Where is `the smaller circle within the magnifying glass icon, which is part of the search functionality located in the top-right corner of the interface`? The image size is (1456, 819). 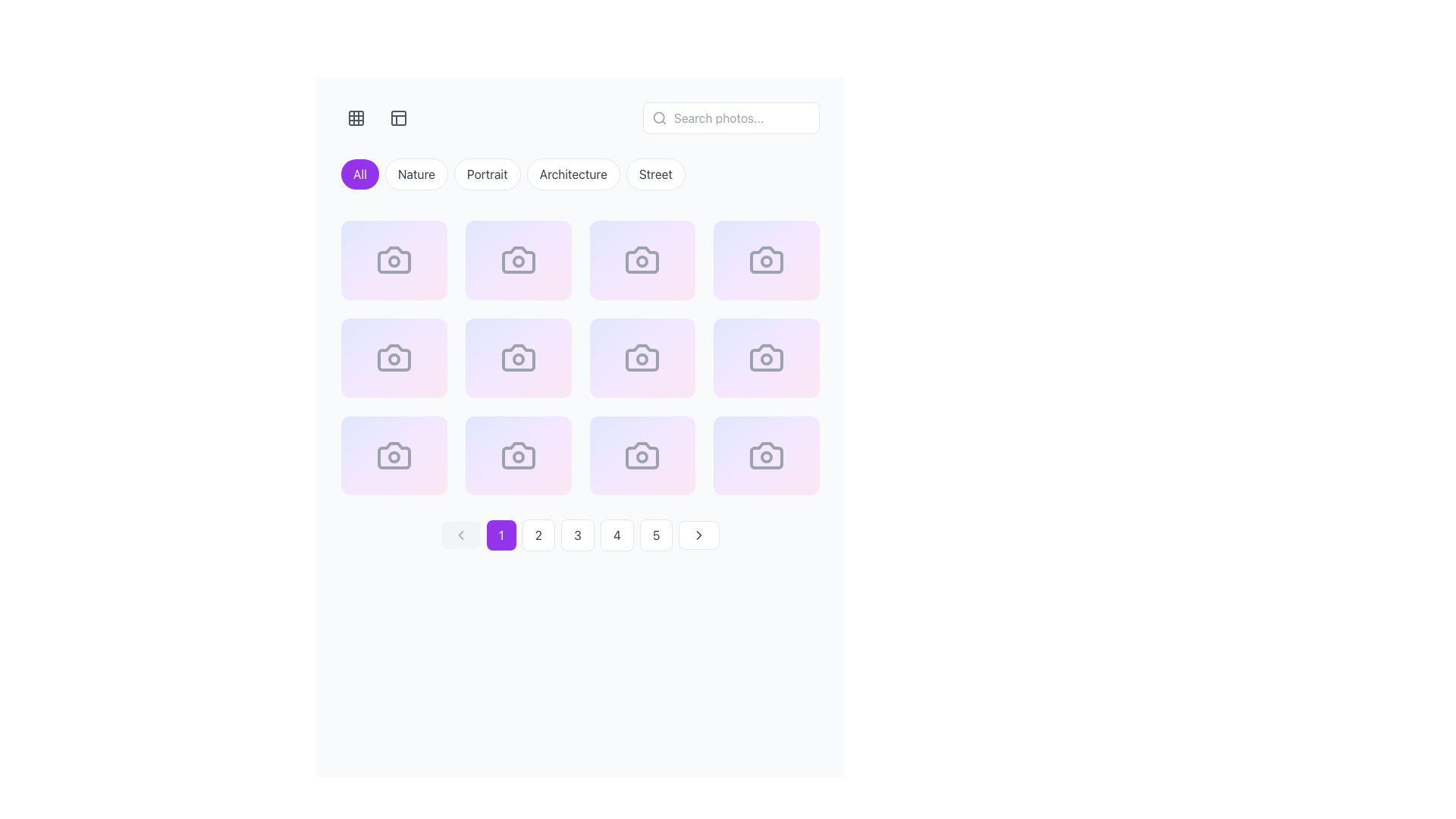 the smaller circle within the magnifying glass icon, which is part of the search functionality located in the top-right corner of the interface is located at coordinates (659, 117).